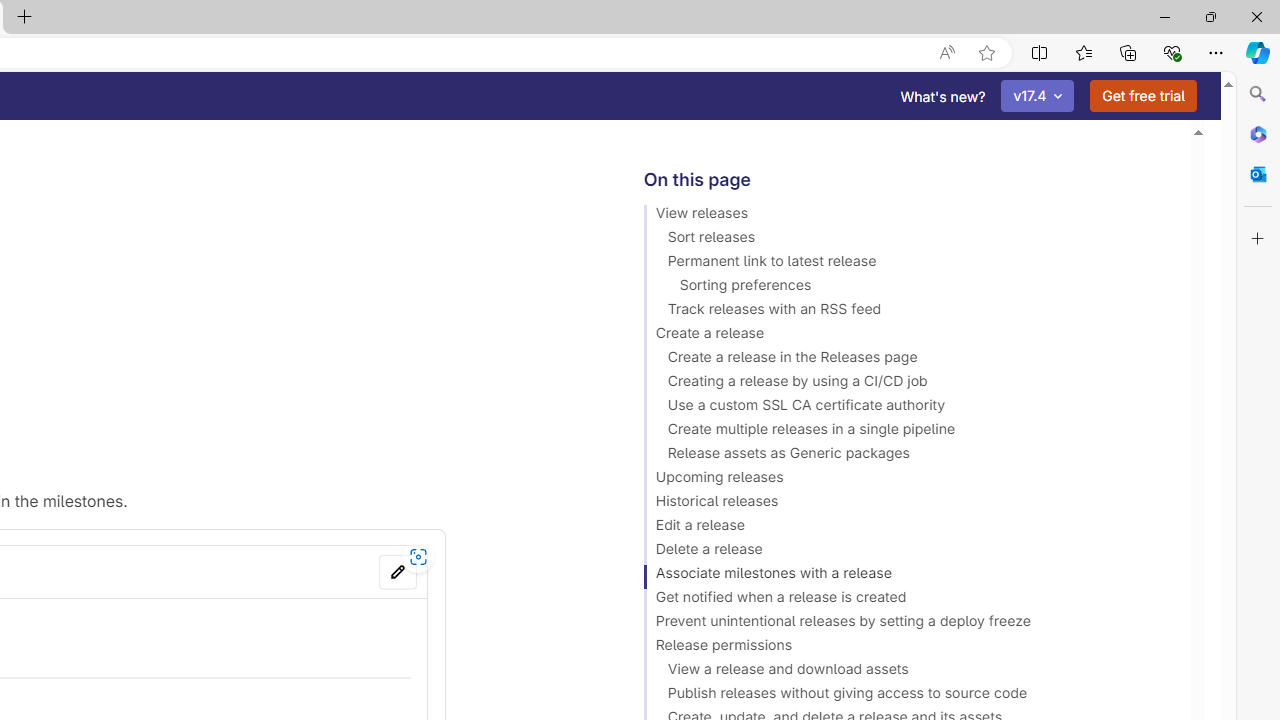  Describe the element at coordinates (907, 672) in the screenshot. I see `'View a release and download assets'` at that location.